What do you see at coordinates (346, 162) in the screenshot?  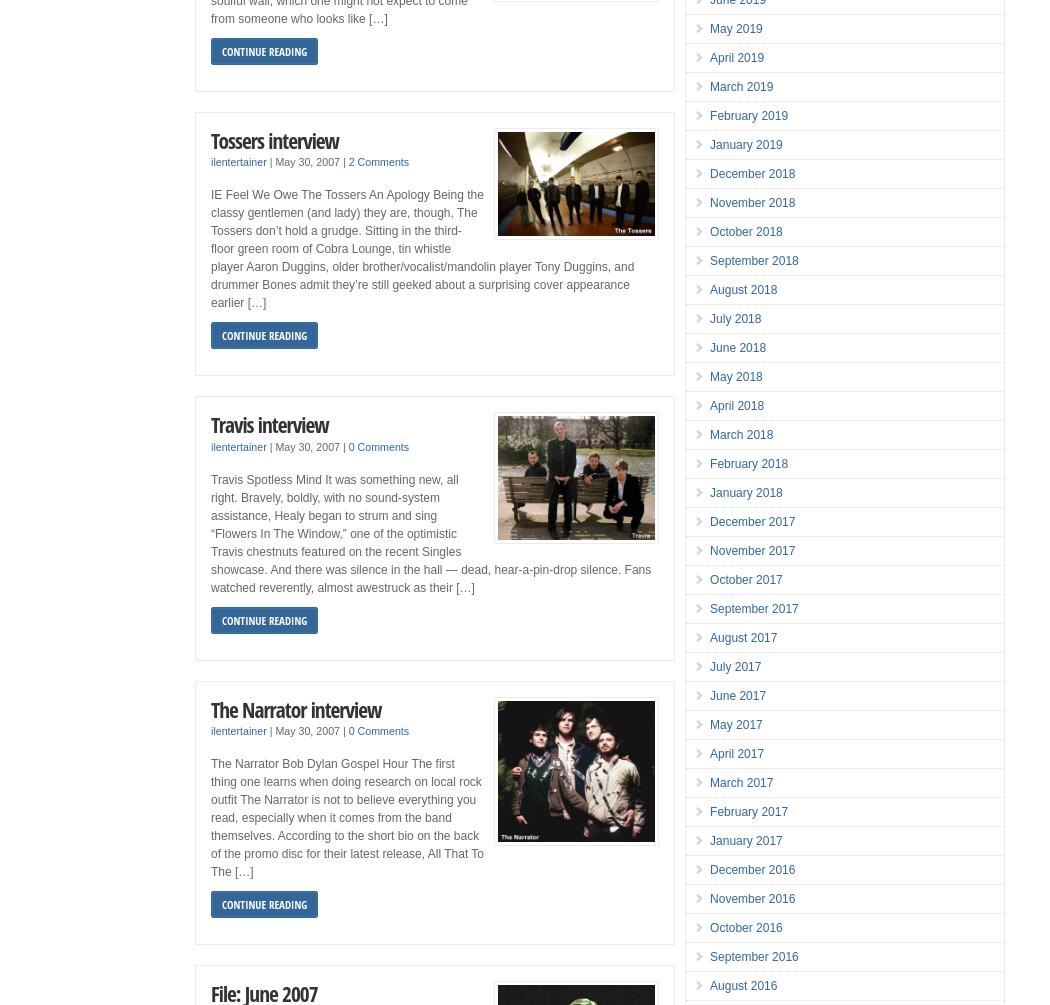 I see `'2 Comments'` at bounding box center [346, 162].